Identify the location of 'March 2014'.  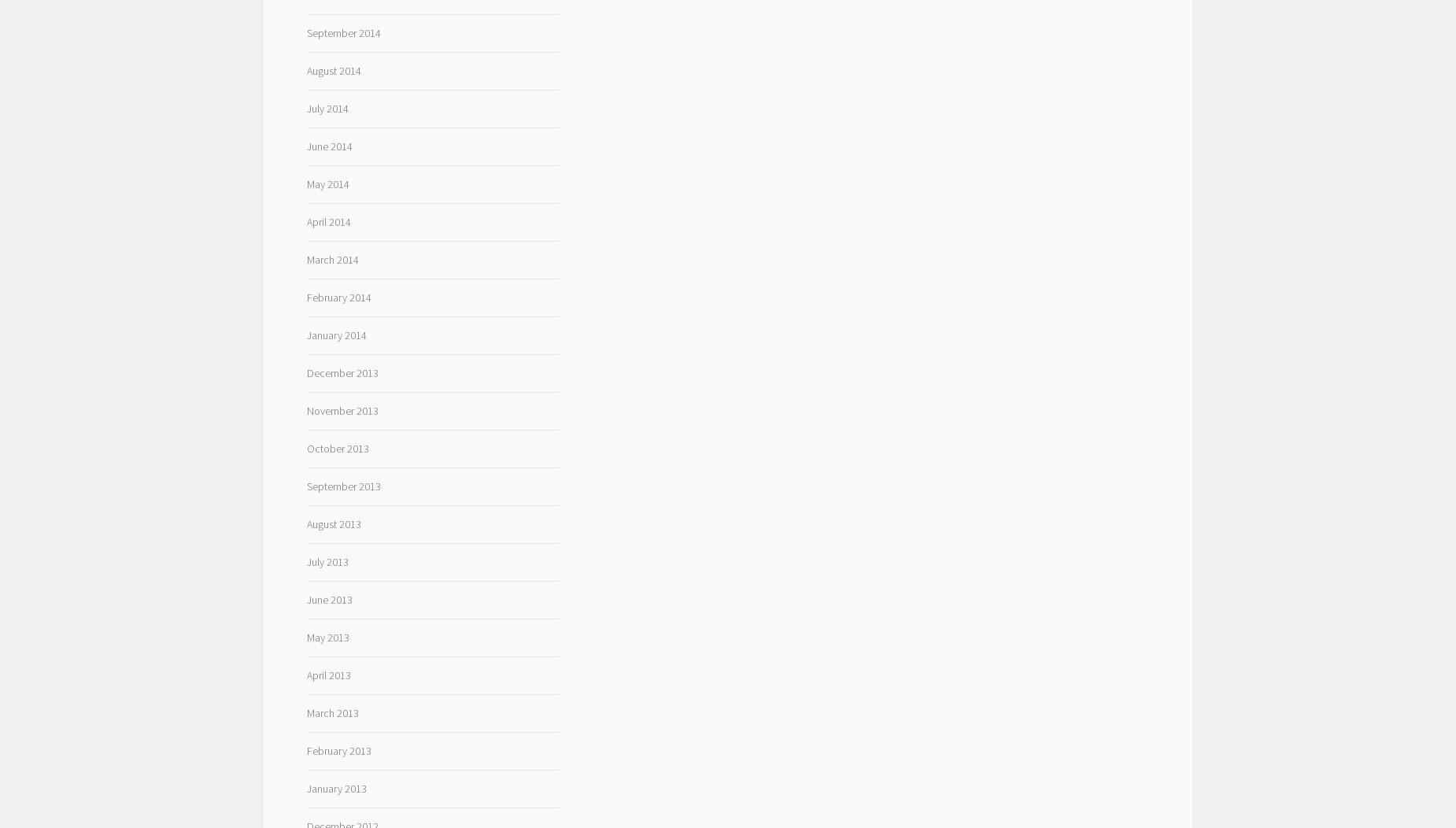
(331, 257).